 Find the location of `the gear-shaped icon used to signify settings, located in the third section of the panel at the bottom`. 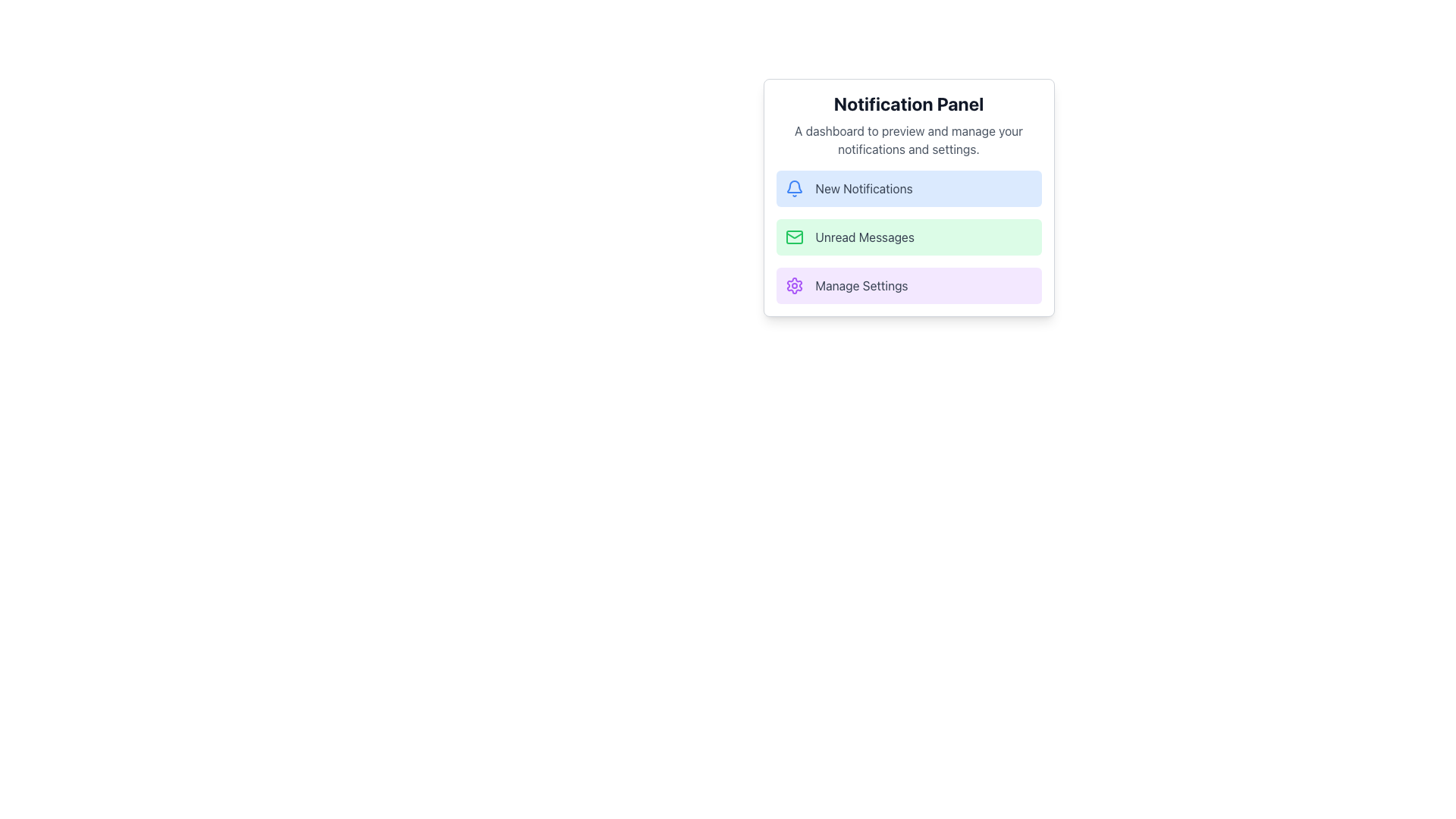

the gear-shaped icon used to signify settings, located in the third section of the panel at the bottom is located at coordinates (793, 286).